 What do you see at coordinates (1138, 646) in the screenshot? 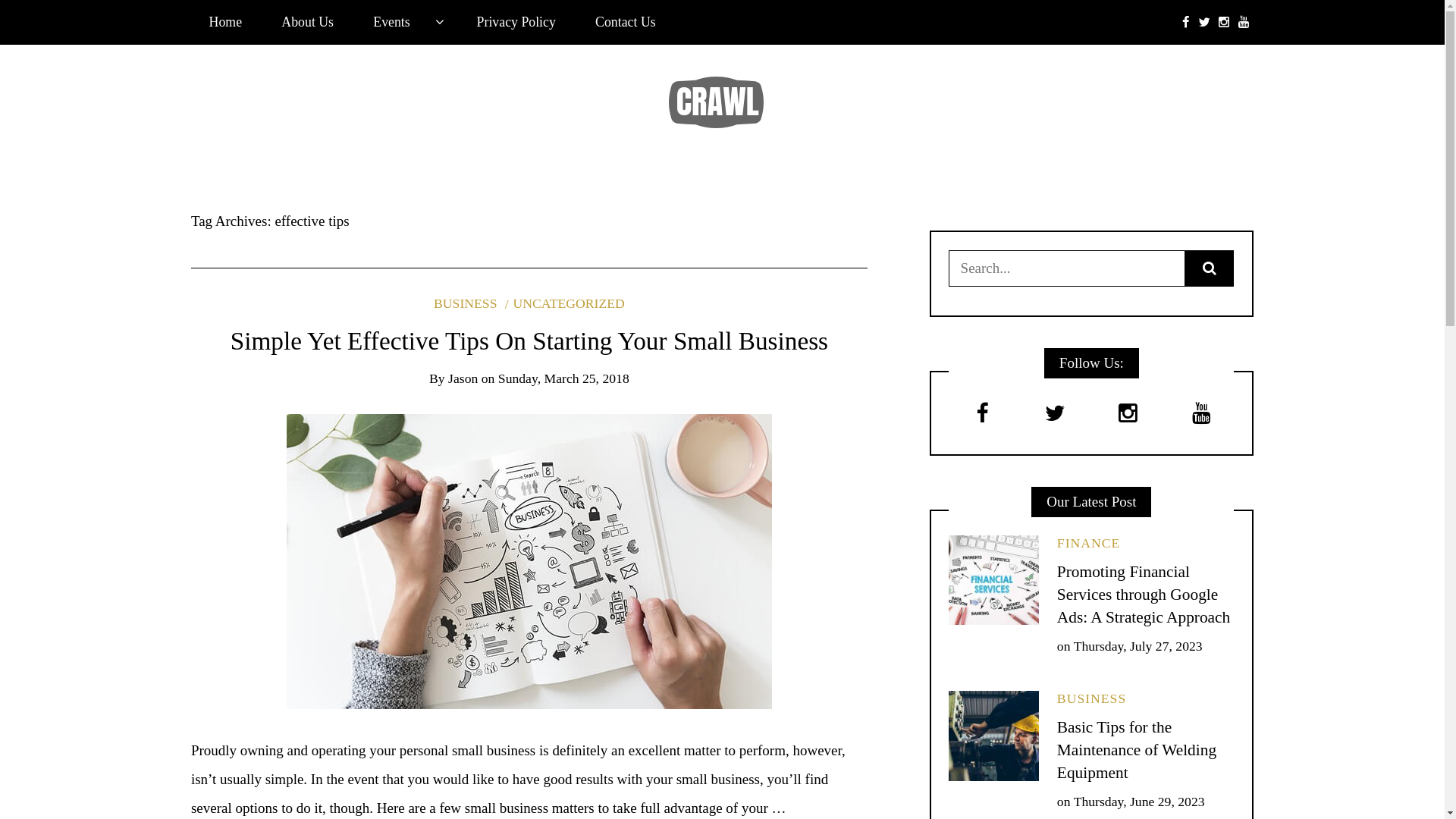
I see `'Thursday, July 27, 2023'` at bounding box center [1138, 646].